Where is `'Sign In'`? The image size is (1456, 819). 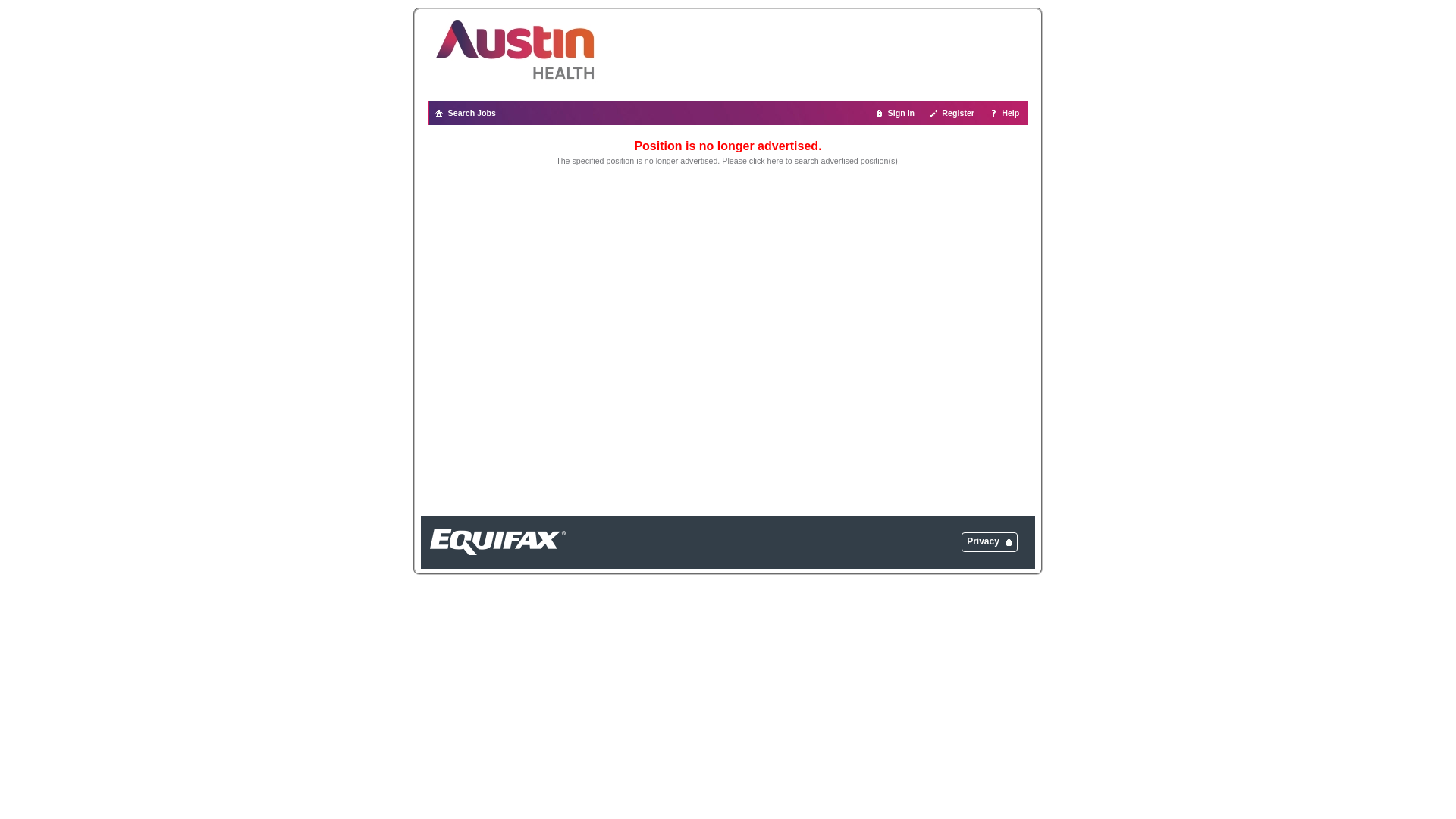
'Sign In' is located at coordinates (895, 112).